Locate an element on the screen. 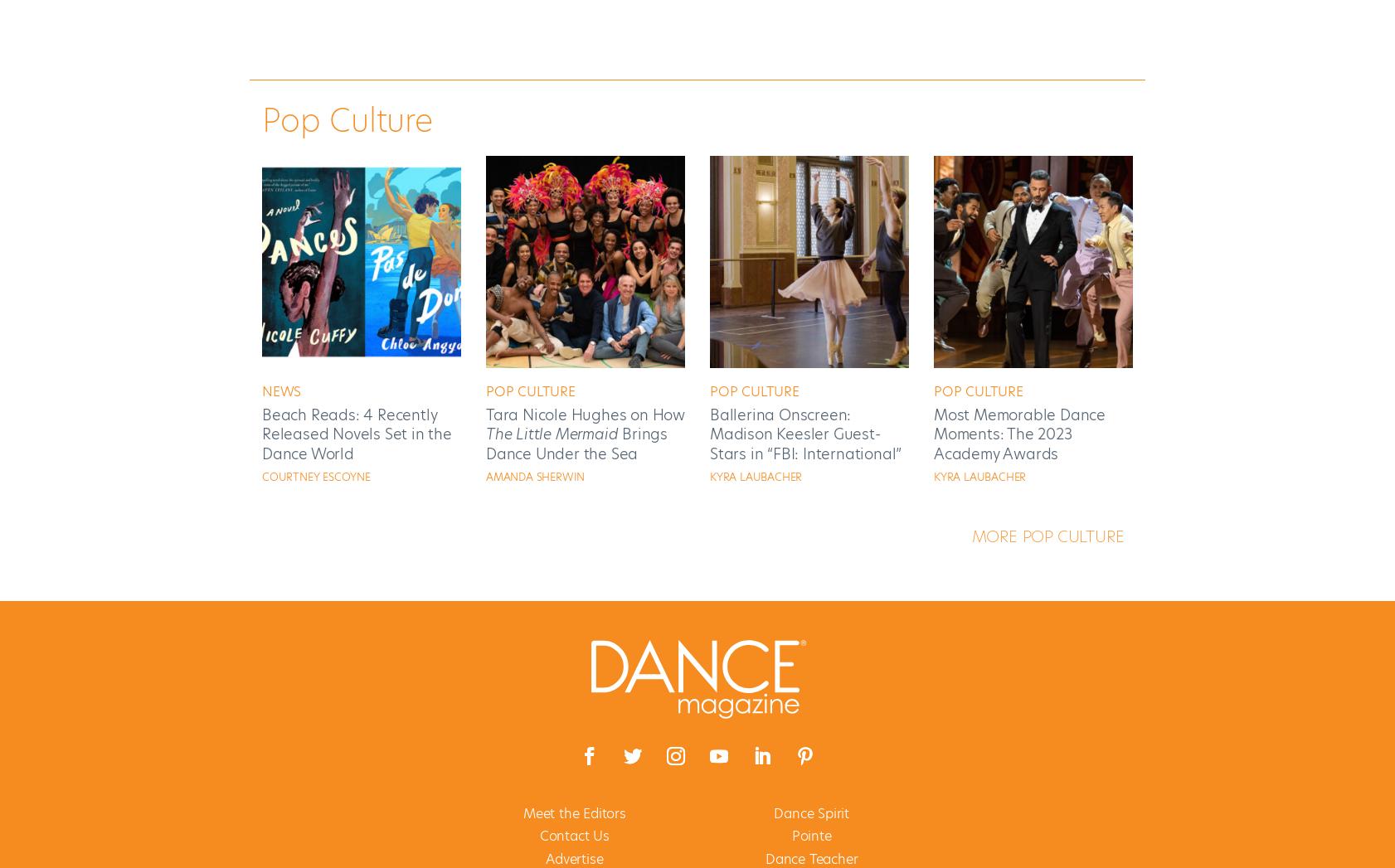 The width and height of the screenshot is (1395, 868). 'Brings Dance Under the Sea' is located at coordinates (576, 444).